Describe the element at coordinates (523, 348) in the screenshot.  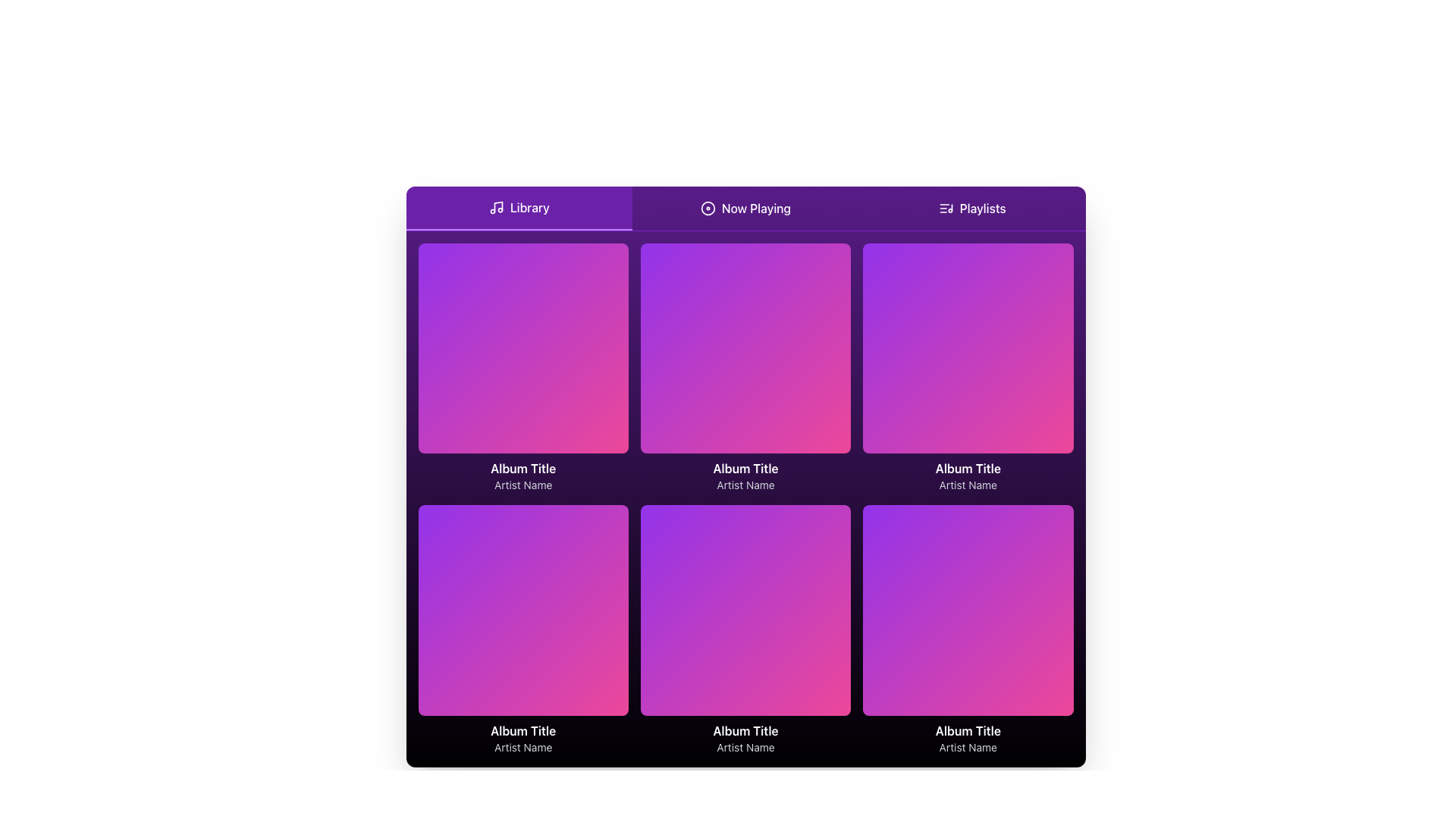
I see `the album cover element located in the first row and first column of the grid layout to interact with it, if enabled` at that location.